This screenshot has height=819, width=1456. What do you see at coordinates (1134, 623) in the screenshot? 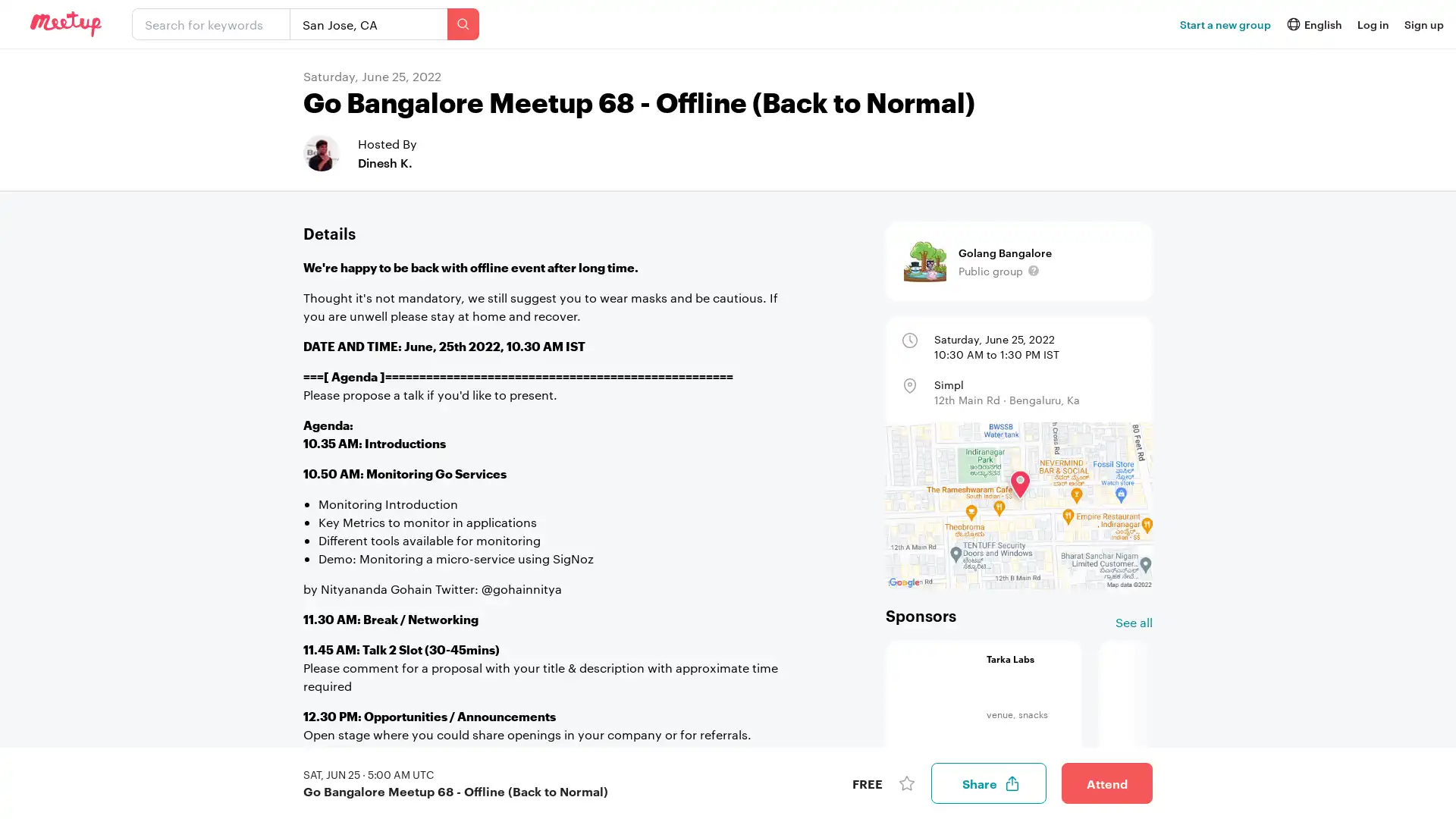
I see `See all` at bounding box center [1134, 623].